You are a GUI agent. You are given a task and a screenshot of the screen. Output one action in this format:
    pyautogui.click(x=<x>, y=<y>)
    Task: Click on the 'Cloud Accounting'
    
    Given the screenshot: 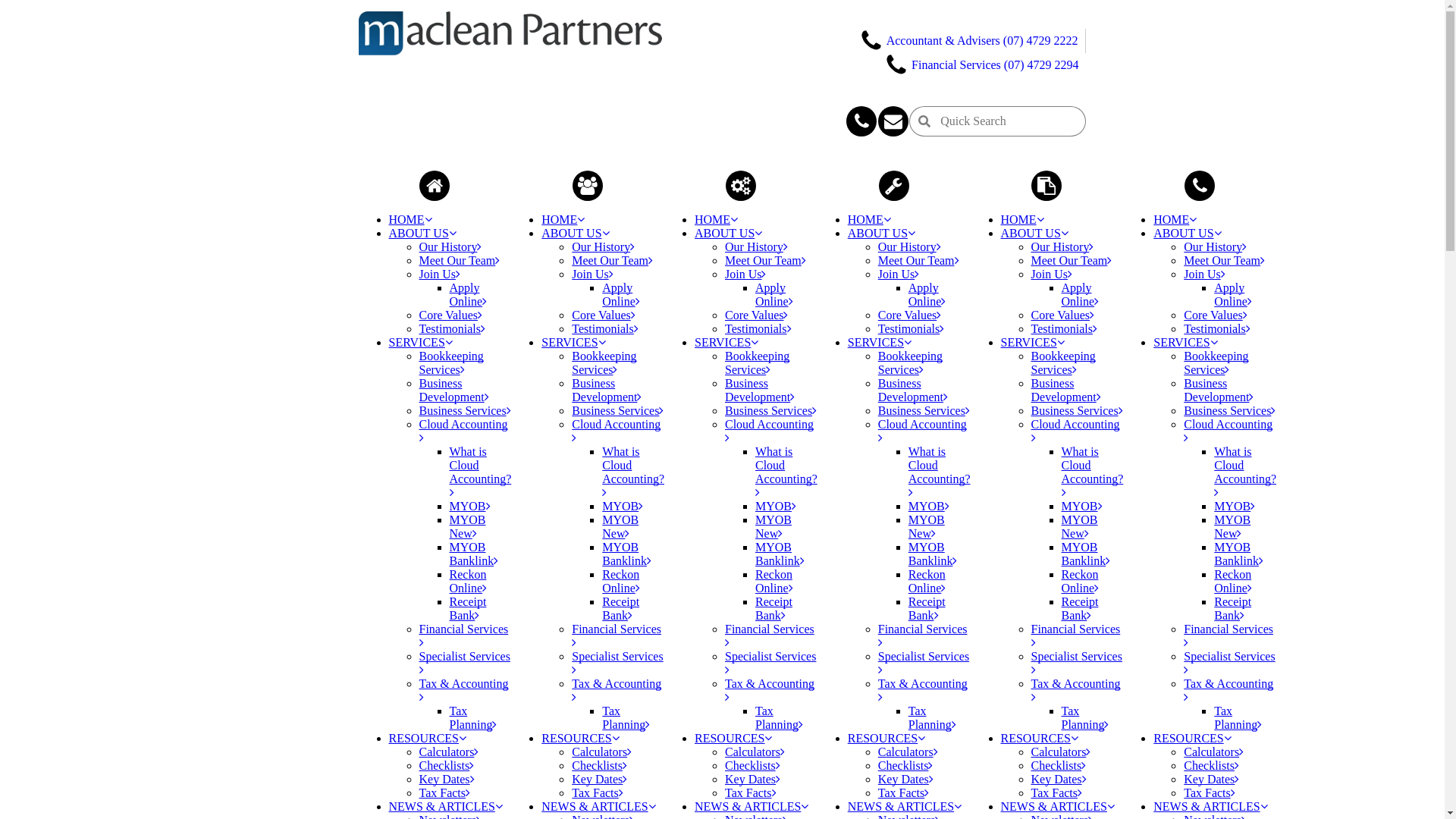 What is the action you would take?
    pyautogui.click(x=1075, y=431)
    